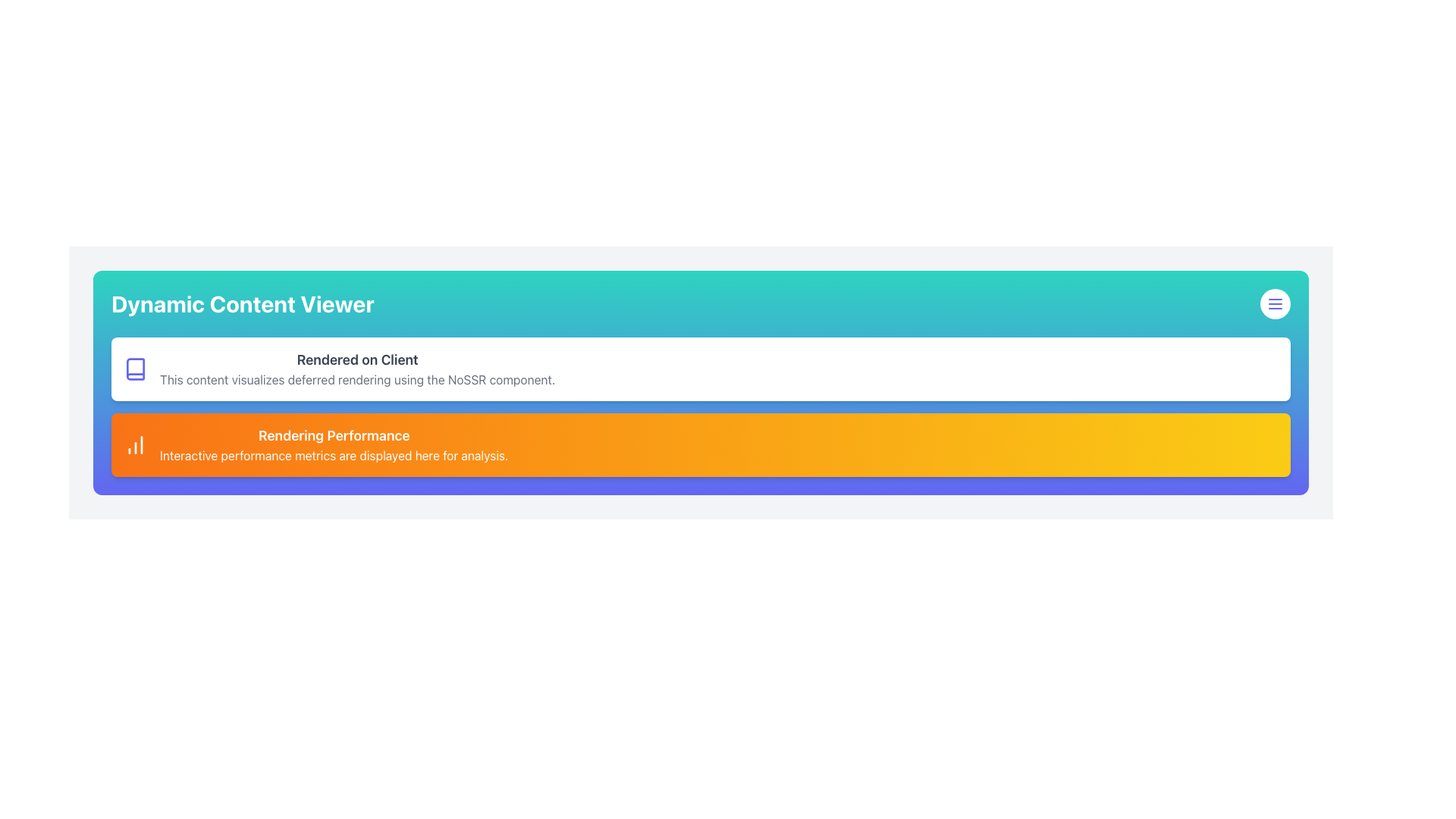 The image size is (1456, 819). What do you see at coordinates (333, 435) in the screenshot?
I see `the text header element labeled 'Rendering Performance', which is displayed in bold white font against an orange background, located towards the lower part of the interface` at bounding box center [333, 435].